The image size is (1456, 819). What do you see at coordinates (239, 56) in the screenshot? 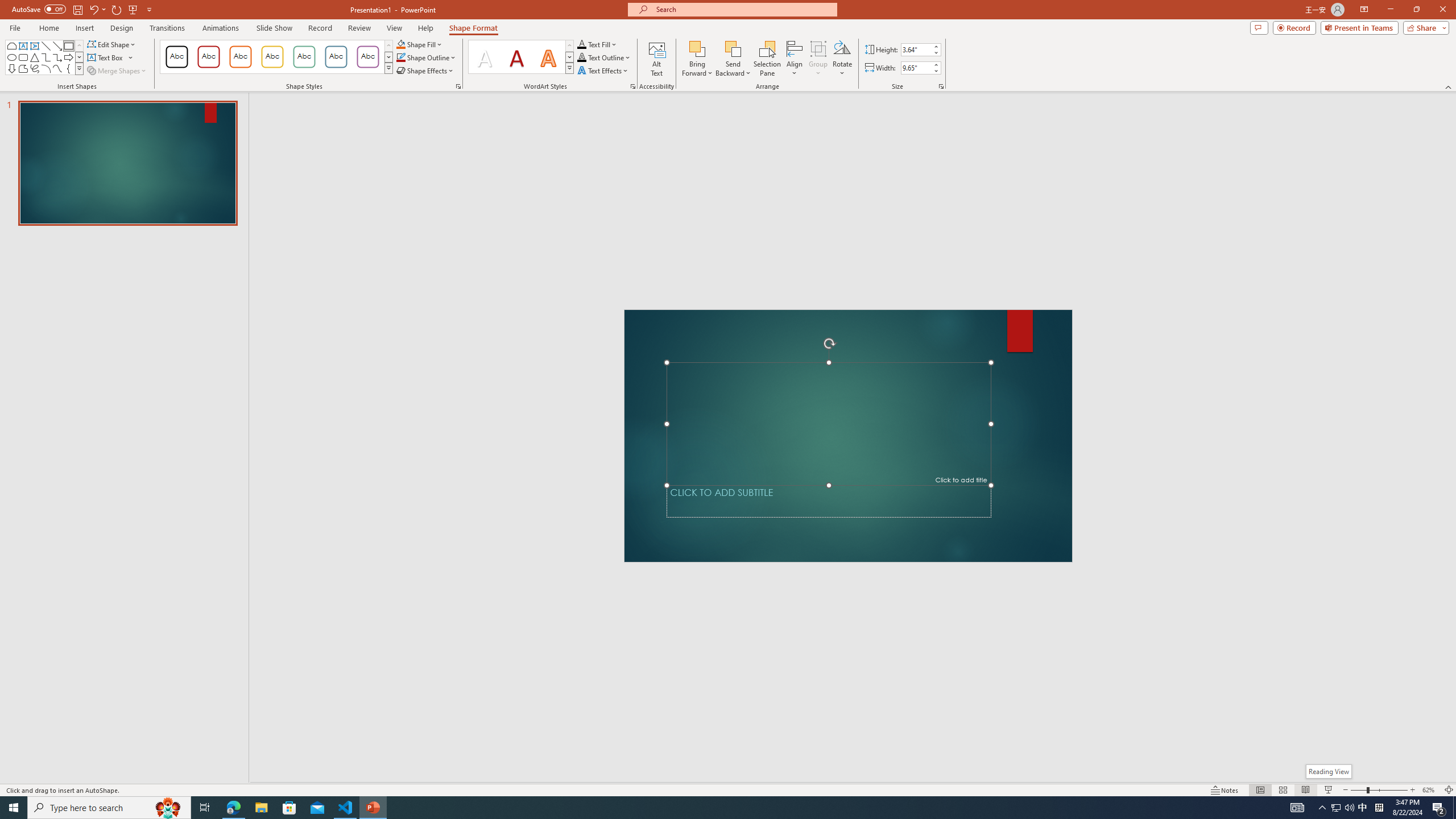
I see `'Colored Outline - Orange, Accent 2'` at bounding box center [239, 56].